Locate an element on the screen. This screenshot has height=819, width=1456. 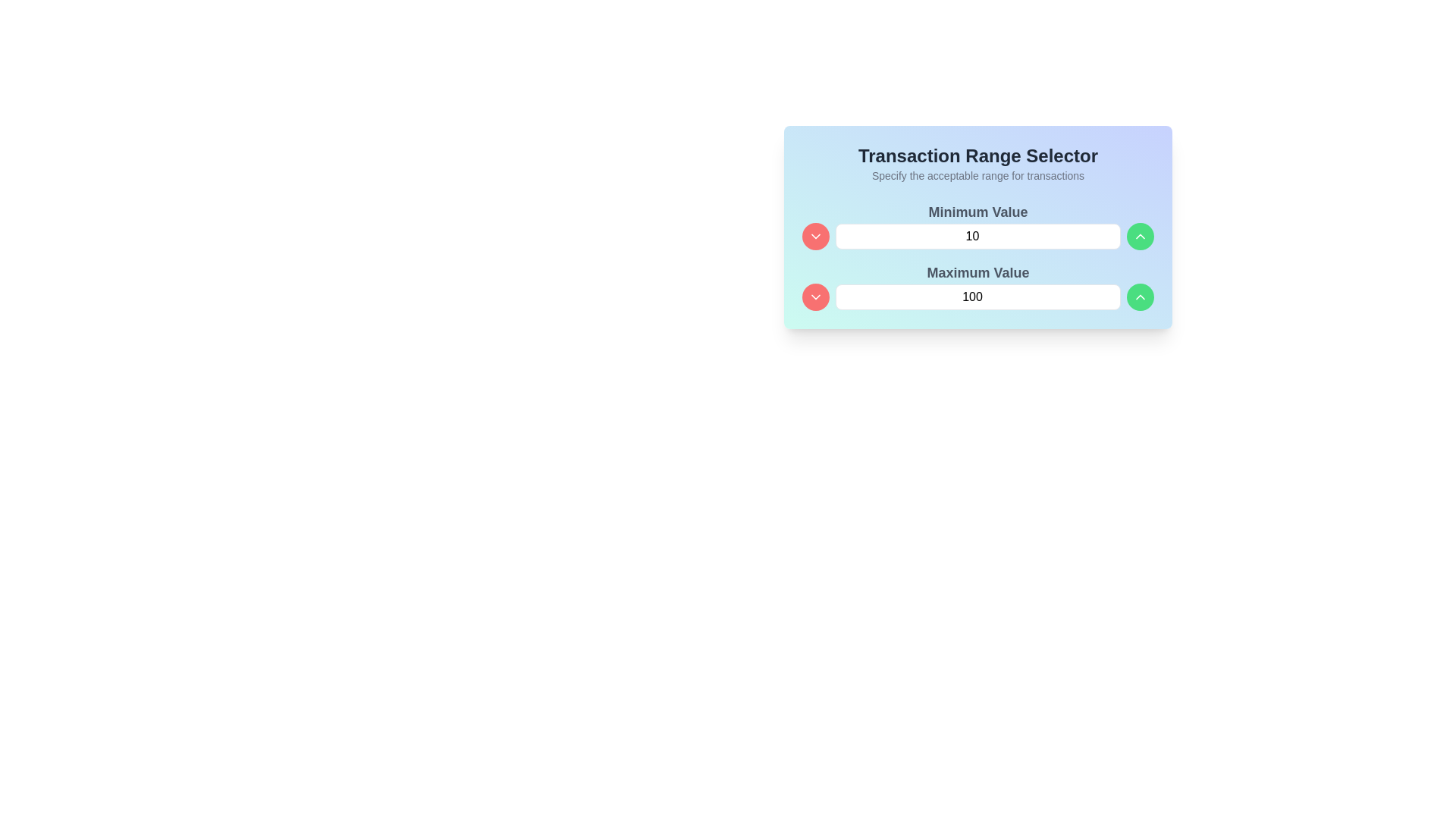
the upward chevron icon located within the circular button below the 'Maximum Value' text input field to interact with it is located at coordinates (1140, 237).